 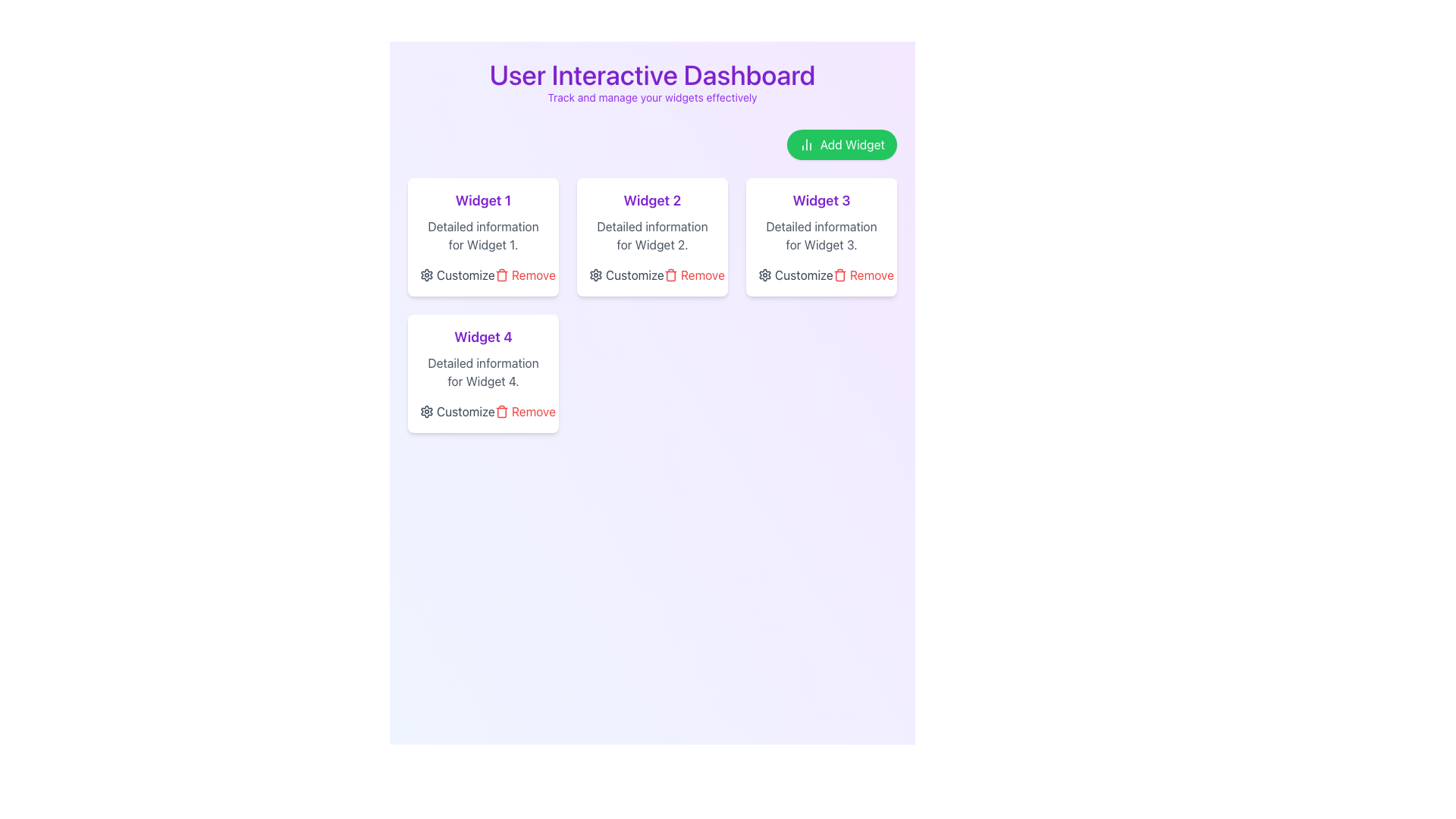 What do you see at coordinates (425, 275) in the screenshot?
I see `the gear icon in the top-left portion of 'Widget 1'` at bounding box center [425, 275].